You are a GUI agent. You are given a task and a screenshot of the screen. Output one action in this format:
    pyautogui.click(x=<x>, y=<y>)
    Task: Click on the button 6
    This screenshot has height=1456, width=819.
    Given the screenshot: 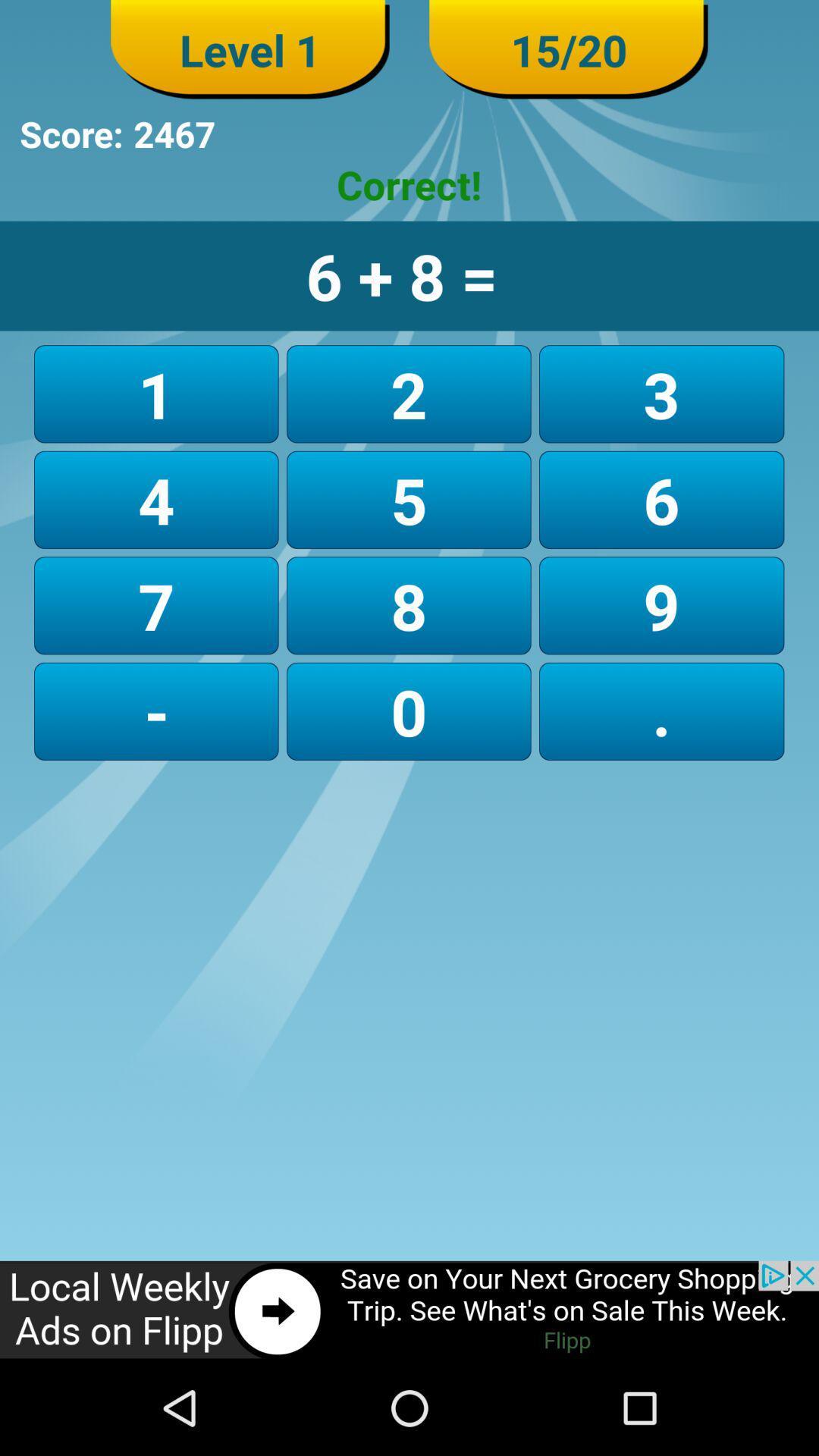 What is the action you would take?
    pyautogui.click(x=661, y=500)
    